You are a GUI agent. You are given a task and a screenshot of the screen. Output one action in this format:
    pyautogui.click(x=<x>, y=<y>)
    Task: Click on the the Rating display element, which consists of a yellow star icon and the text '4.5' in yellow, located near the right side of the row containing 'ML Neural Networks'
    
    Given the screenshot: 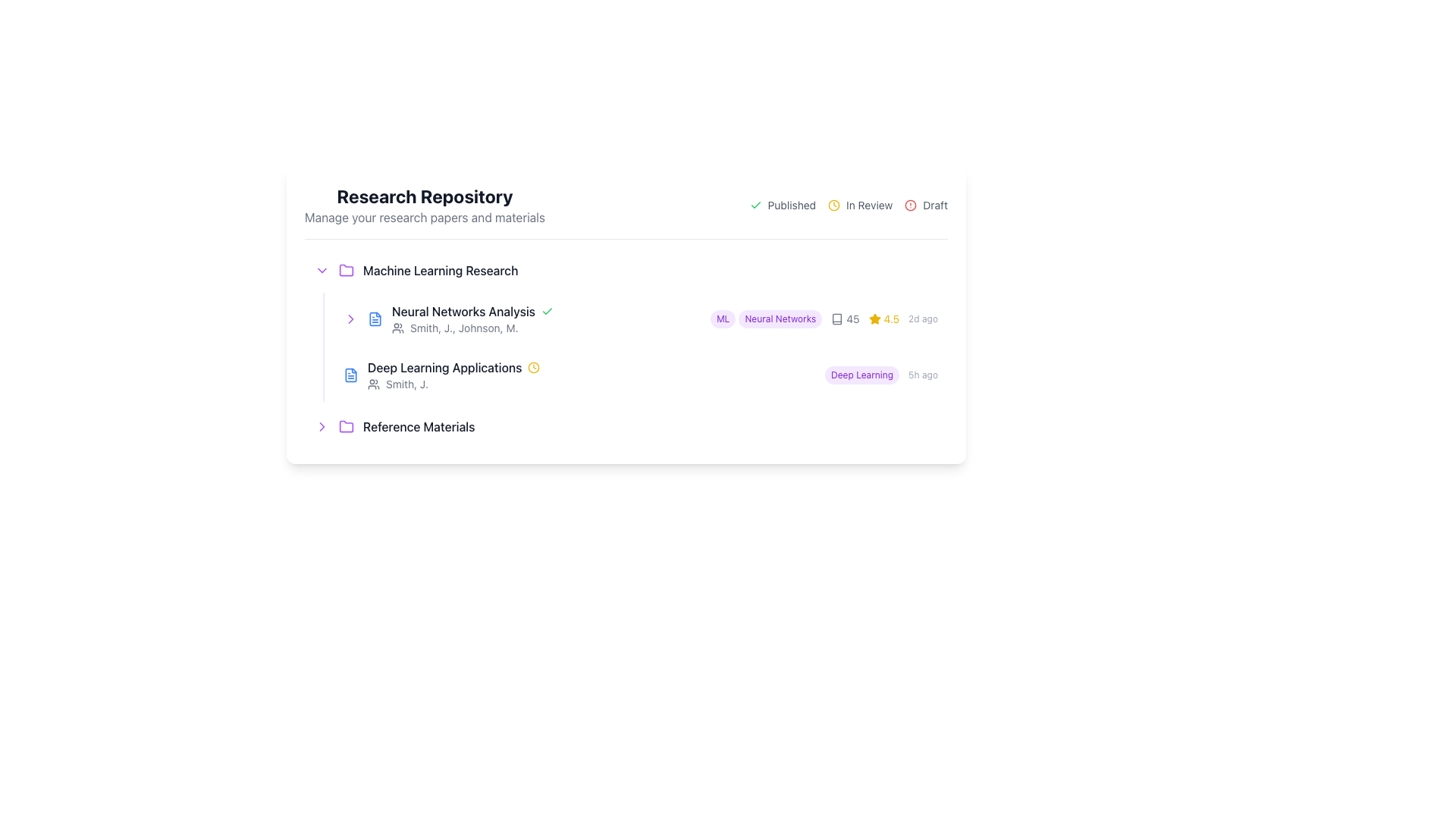 What is the action you would take?
    pyautogui.click(x=883, y=318)
    